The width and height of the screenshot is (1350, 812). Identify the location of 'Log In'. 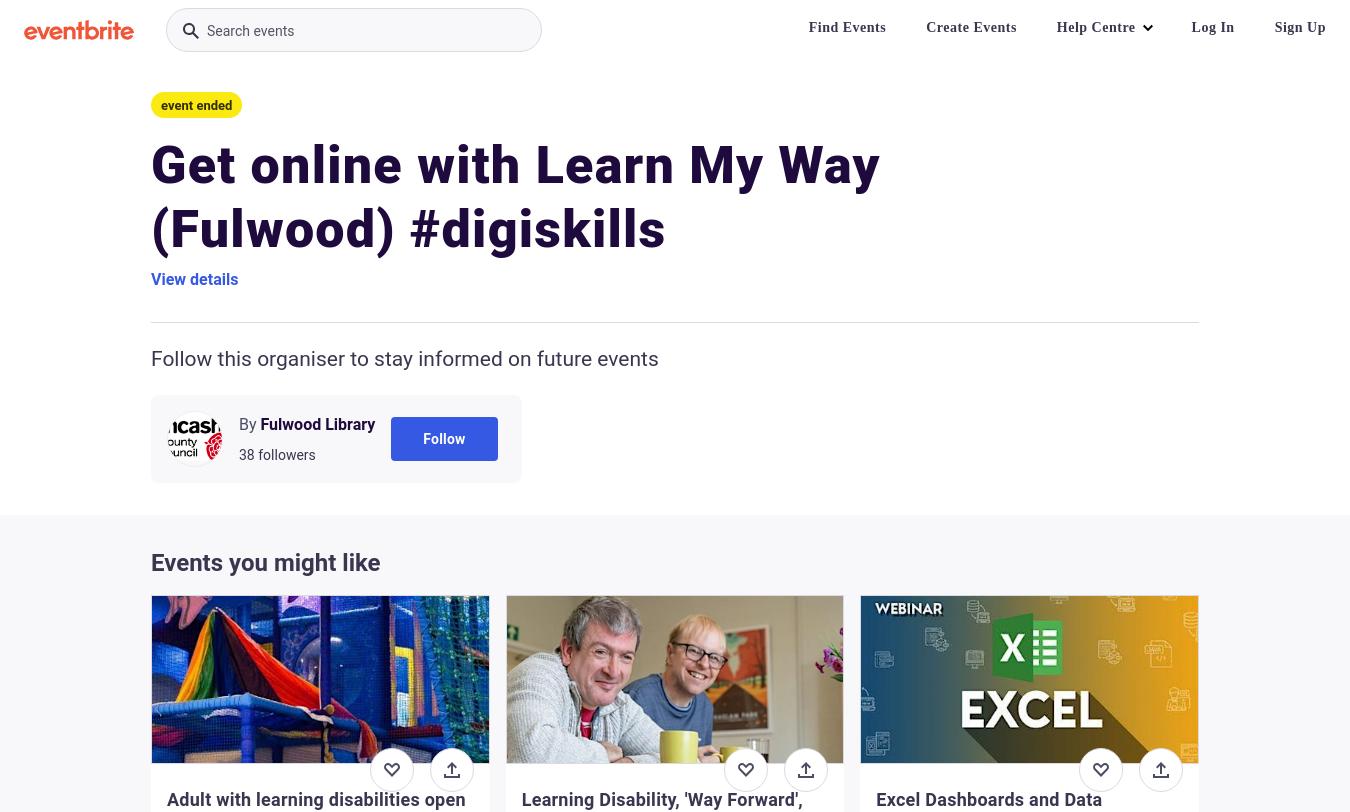
(1211, 27).